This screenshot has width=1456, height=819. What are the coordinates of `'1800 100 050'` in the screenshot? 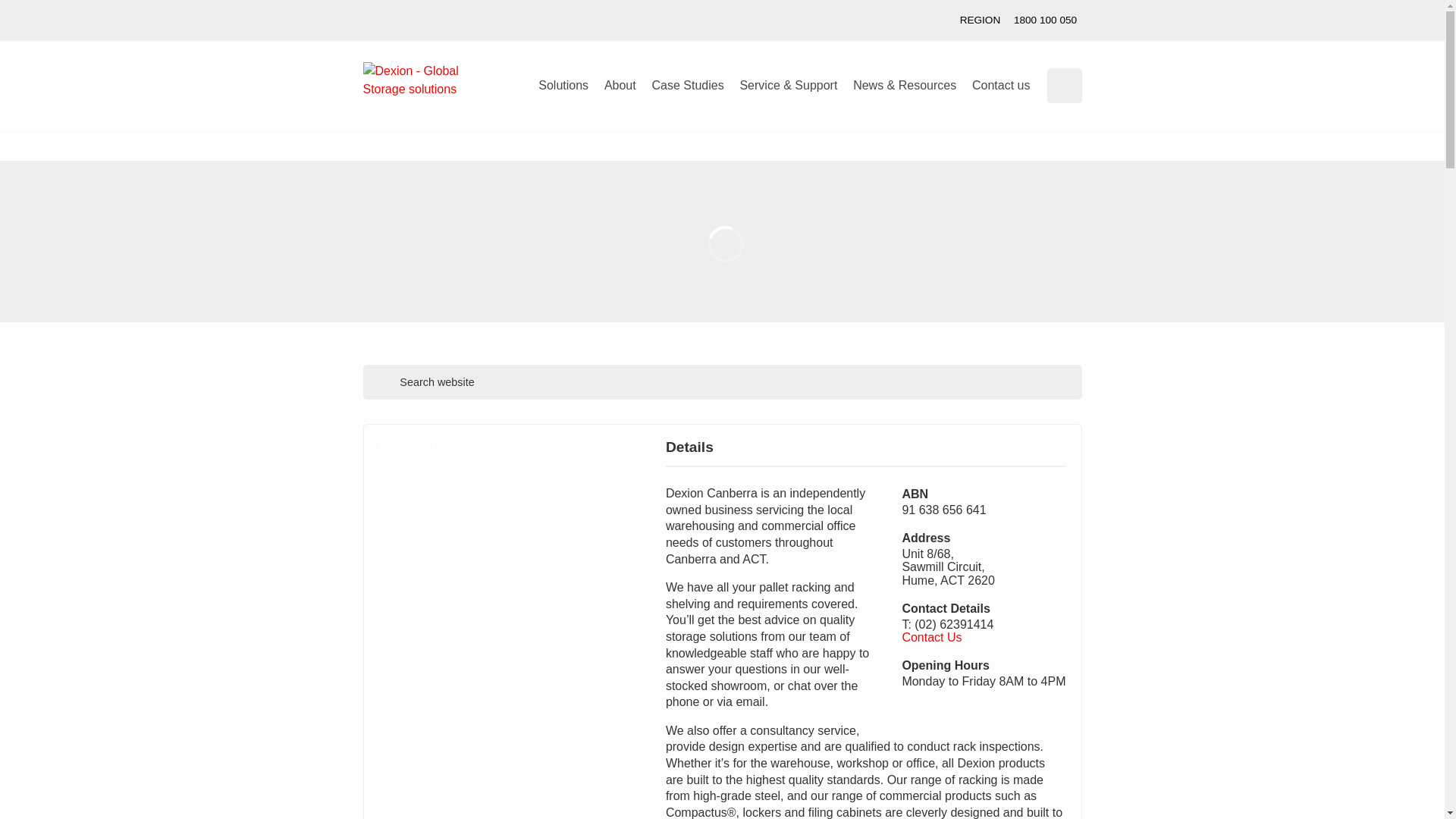 It's located at (1007, 20).